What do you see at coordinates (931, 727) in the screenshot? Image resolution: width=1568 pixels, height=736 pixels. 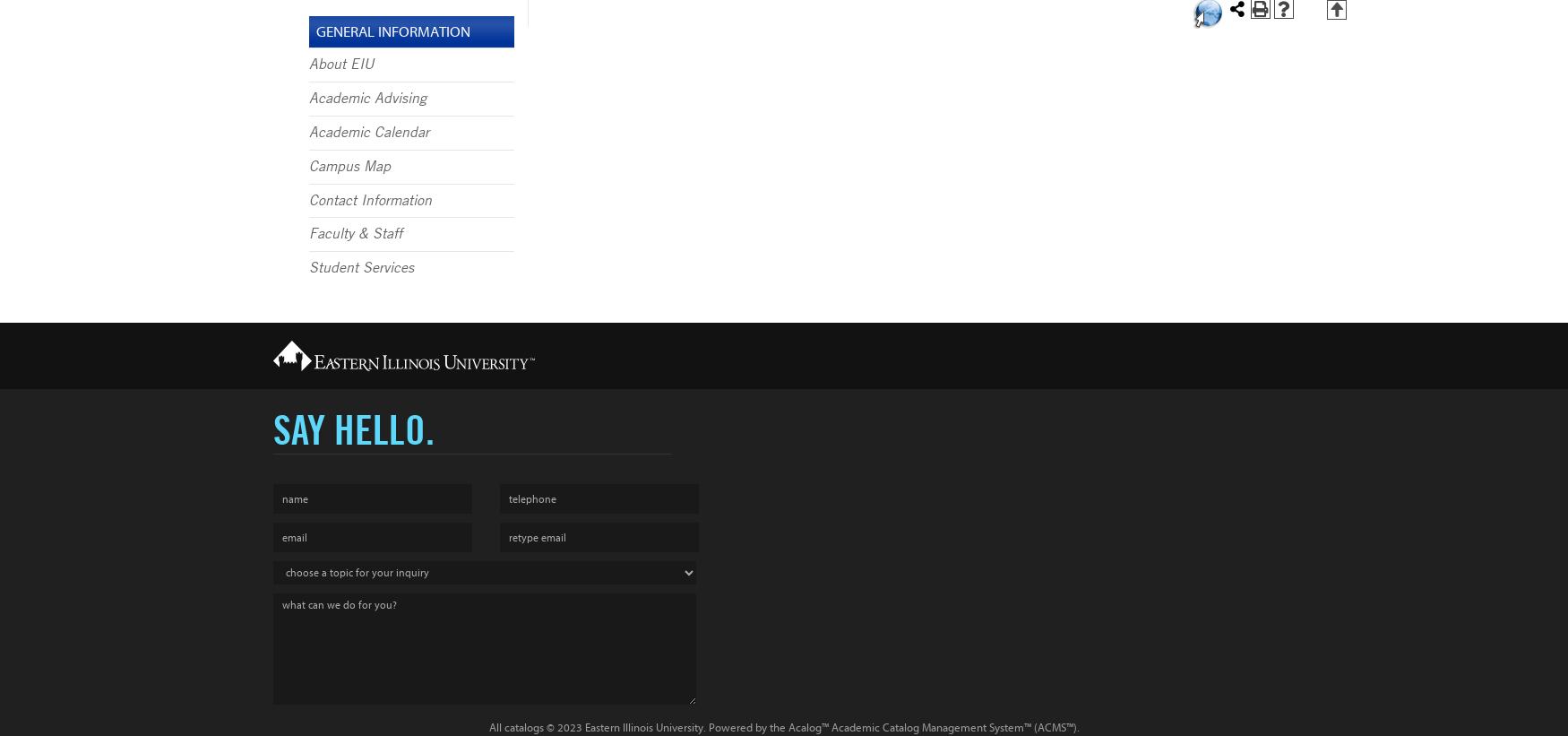 I see `'Acalog™ Academic Catalog Management System™ (ACMS™)'` at bounding box center [931, 727].